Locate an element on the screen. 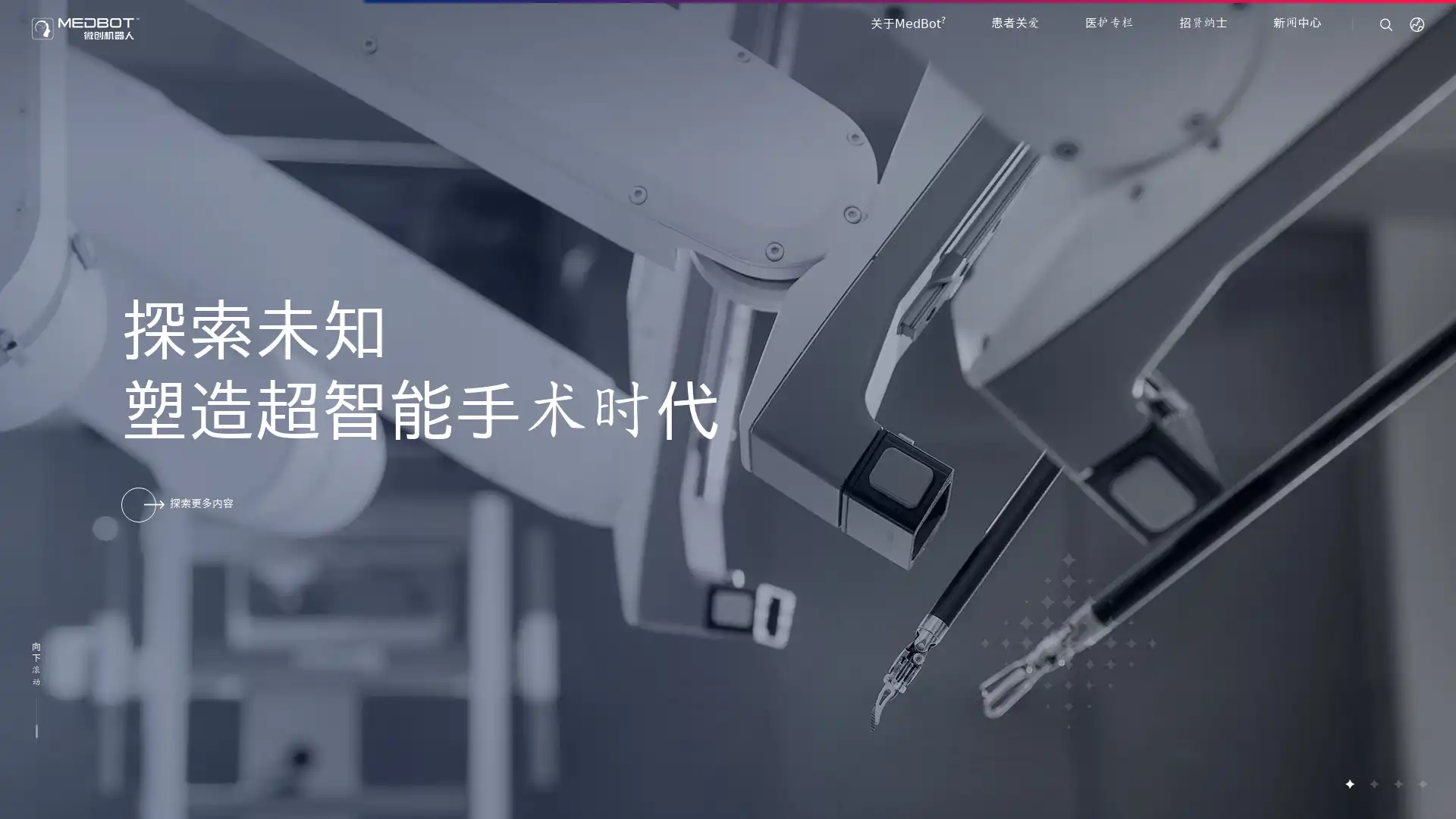  Go to slide 1 is located at coordinates (1349, 783).